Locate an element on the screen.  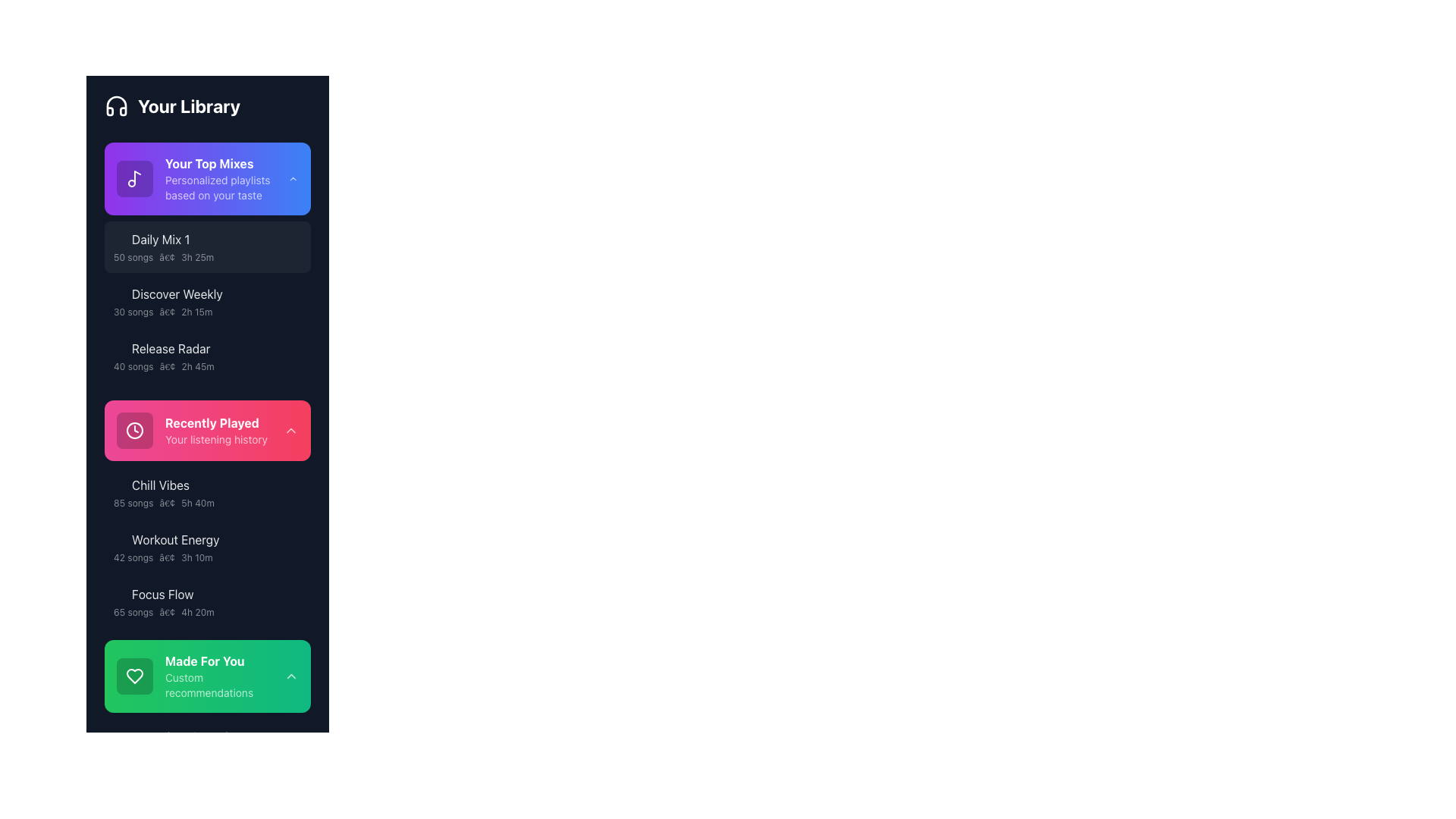
the 'Discover Weekly' text label in the left sidebar under 'Your Library' is located at coordinates (199, 294).